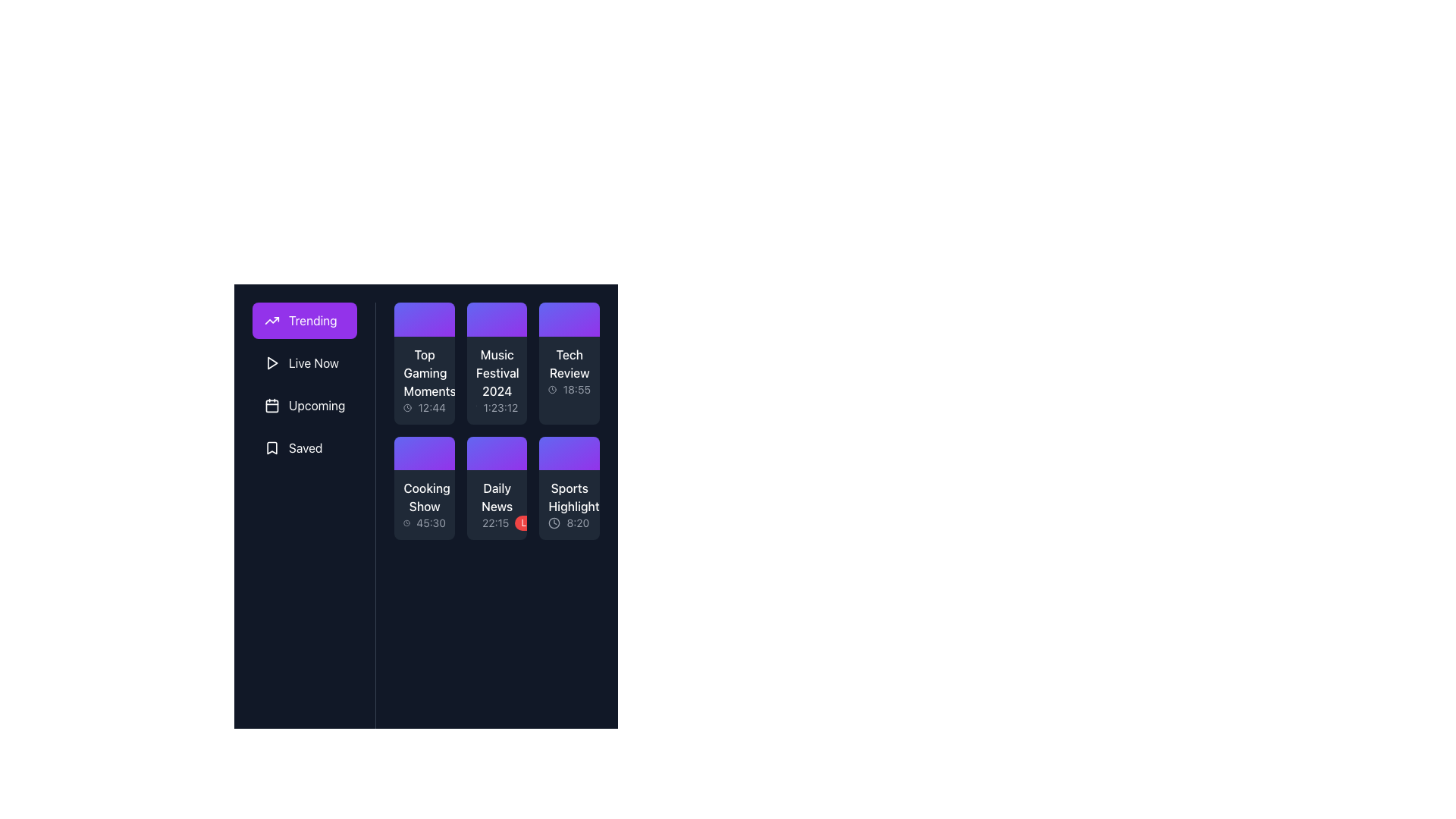 The width and height of the screenshot is (1456, 819). What do you see at coordinates (425, 522) in the screenshot?
I see `the text '45:30' accompanied by a clock icon located at the bottom of the 'Cooking Show' card in the grid layout` at bounding box center [425, 522].